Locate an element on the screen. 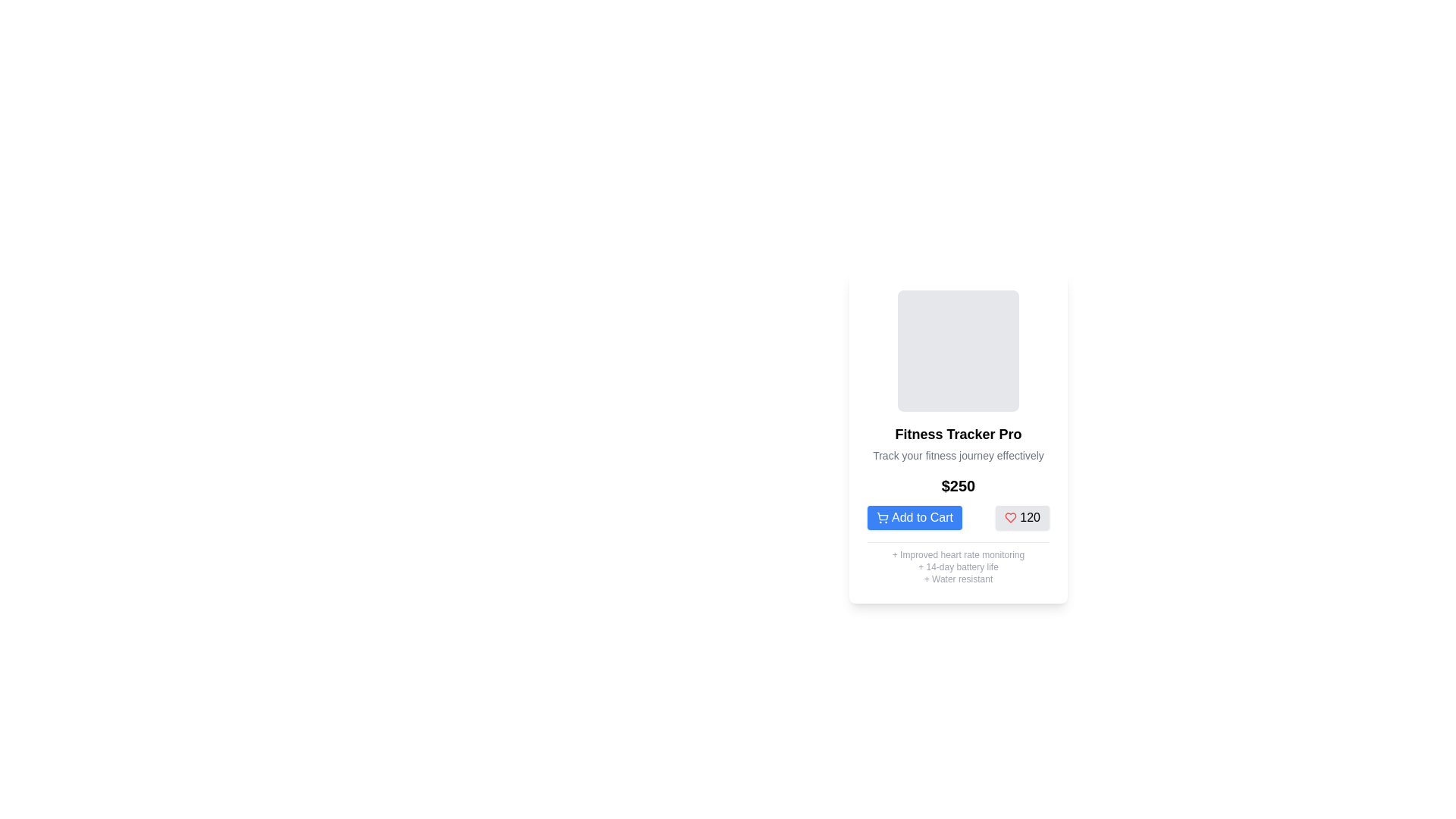  the 'Add to Cart' button which the Icon visually represents, located below the product image and description is located at coordinates (882, 516).